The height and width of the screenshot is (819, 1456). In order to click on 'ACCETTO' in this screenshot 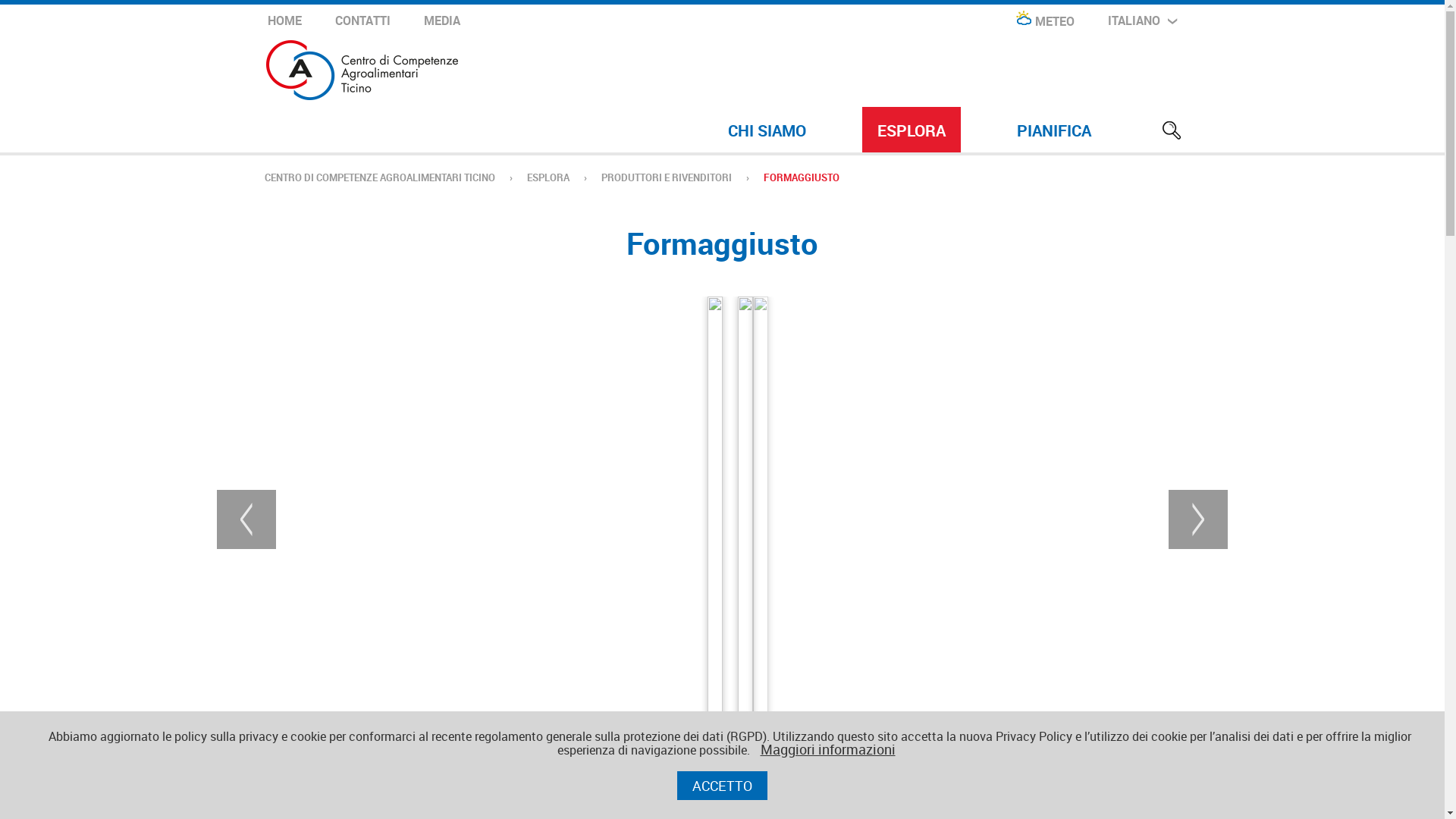, I will do `click(721, 785)`.